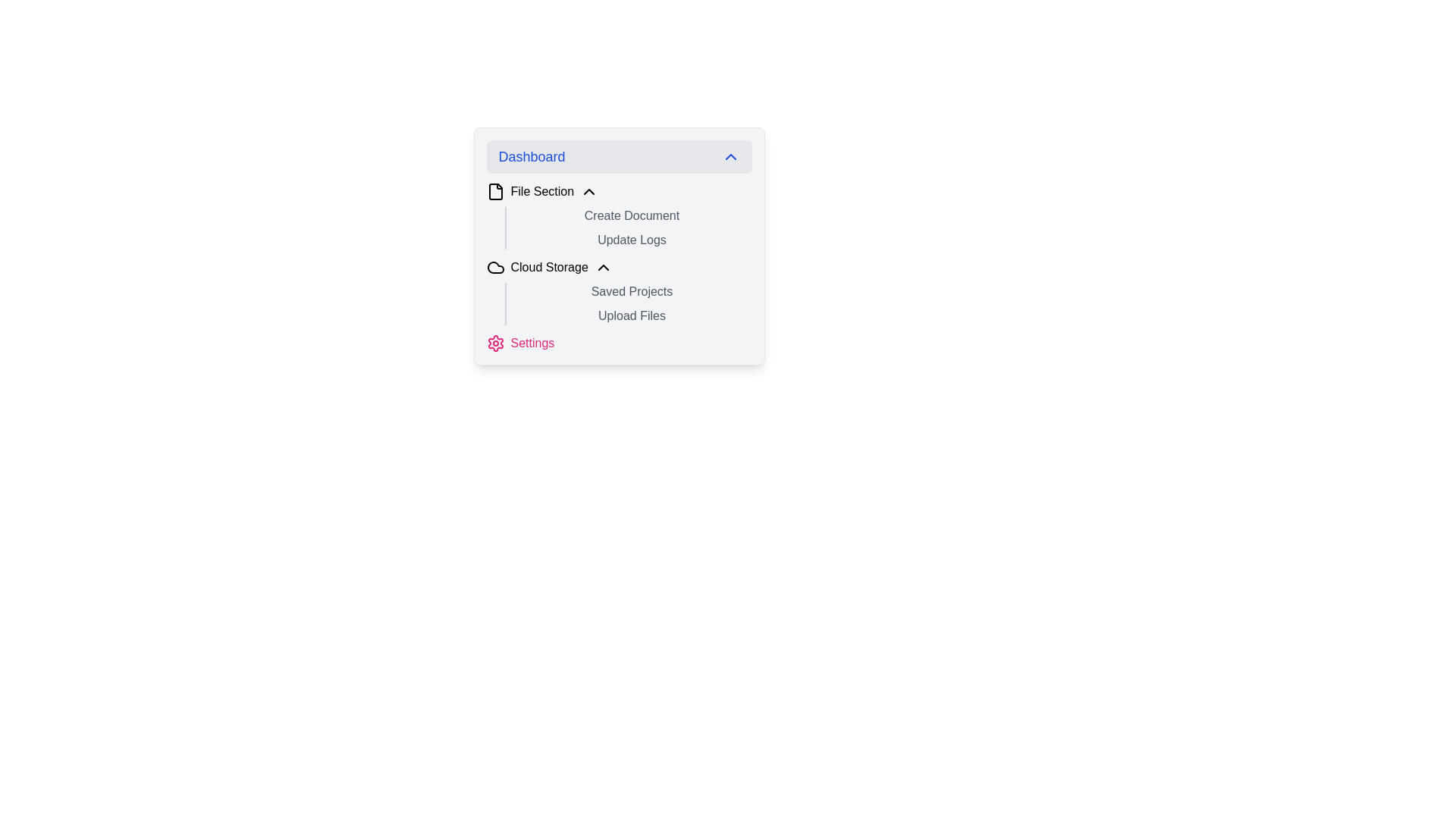 The height and width of the screenshot is (819, 1456). Describe the element at coordinates (602, 267) in the screenshot. I see `the upward arrow toggle icon located beside the 'Cloud Storage' label` at that location.